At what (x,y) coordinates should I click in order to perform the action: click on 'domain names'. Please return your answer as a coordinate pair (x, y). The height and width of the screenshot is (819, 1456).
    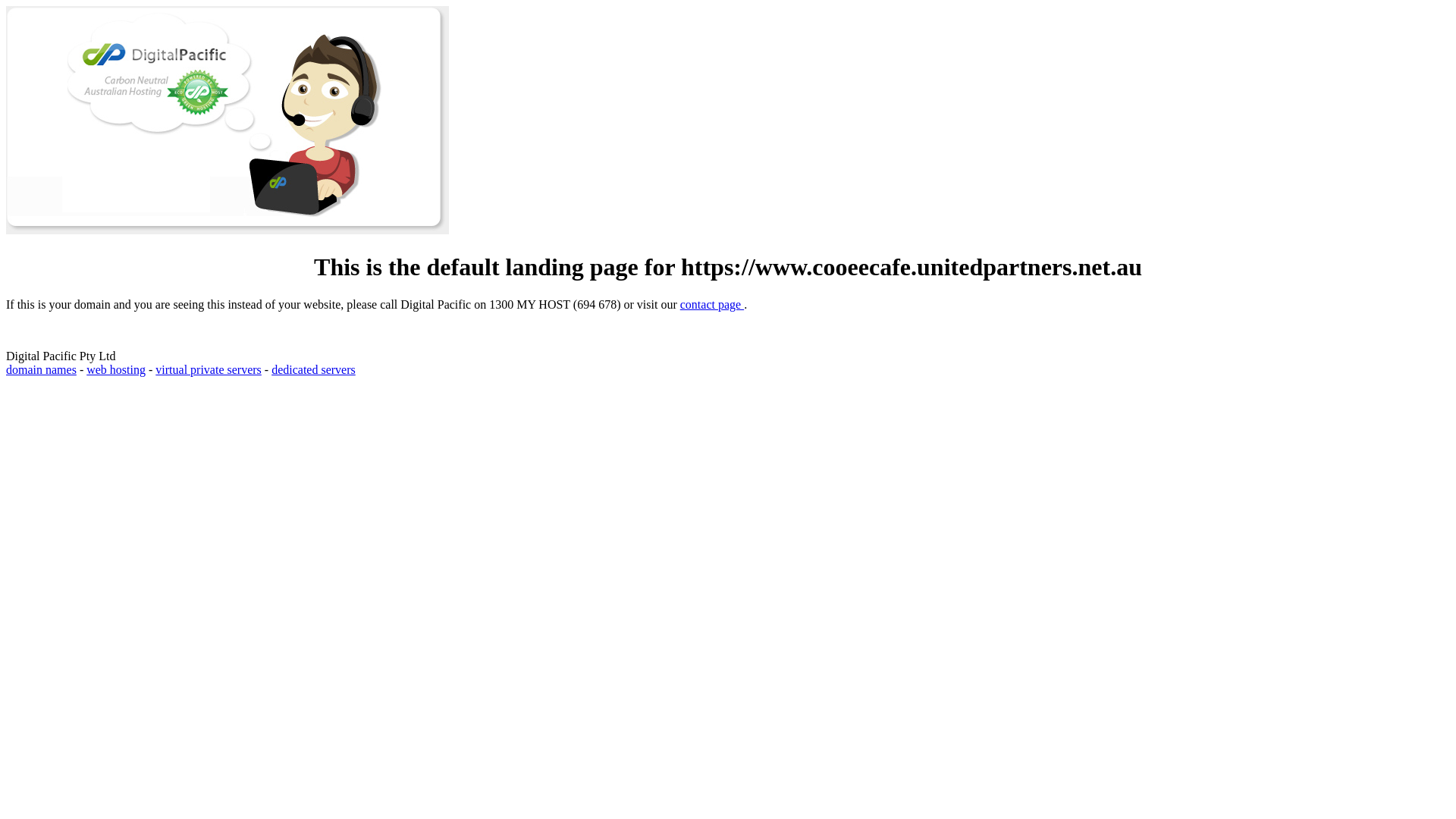
    Looking at the image, I should click on (41, 369).